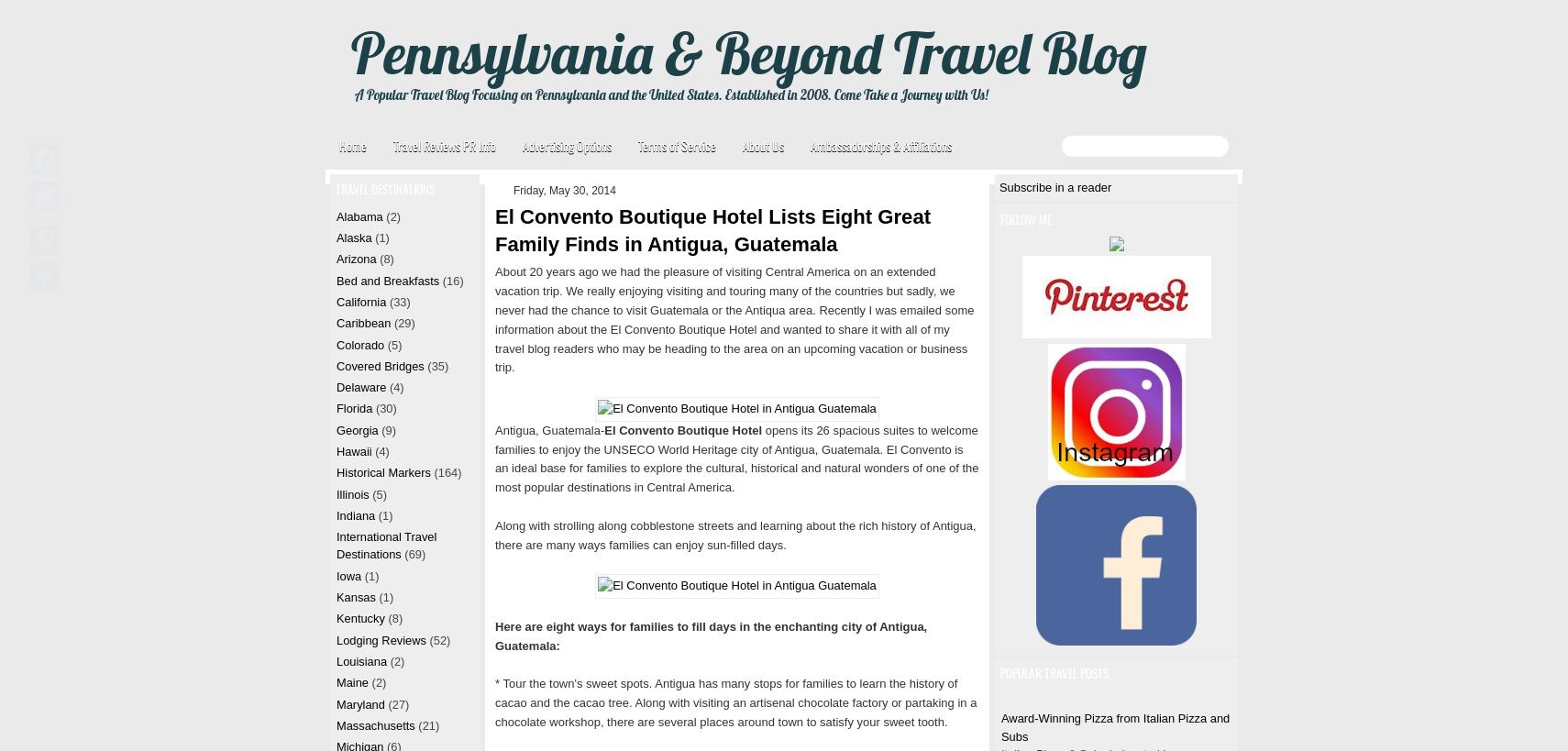 The height and width of the screenshot is (751, 1568). What do you see at coordinates (353, 408) in the screenshot?
I see `'Florida'` at bounding box center [353, 408].